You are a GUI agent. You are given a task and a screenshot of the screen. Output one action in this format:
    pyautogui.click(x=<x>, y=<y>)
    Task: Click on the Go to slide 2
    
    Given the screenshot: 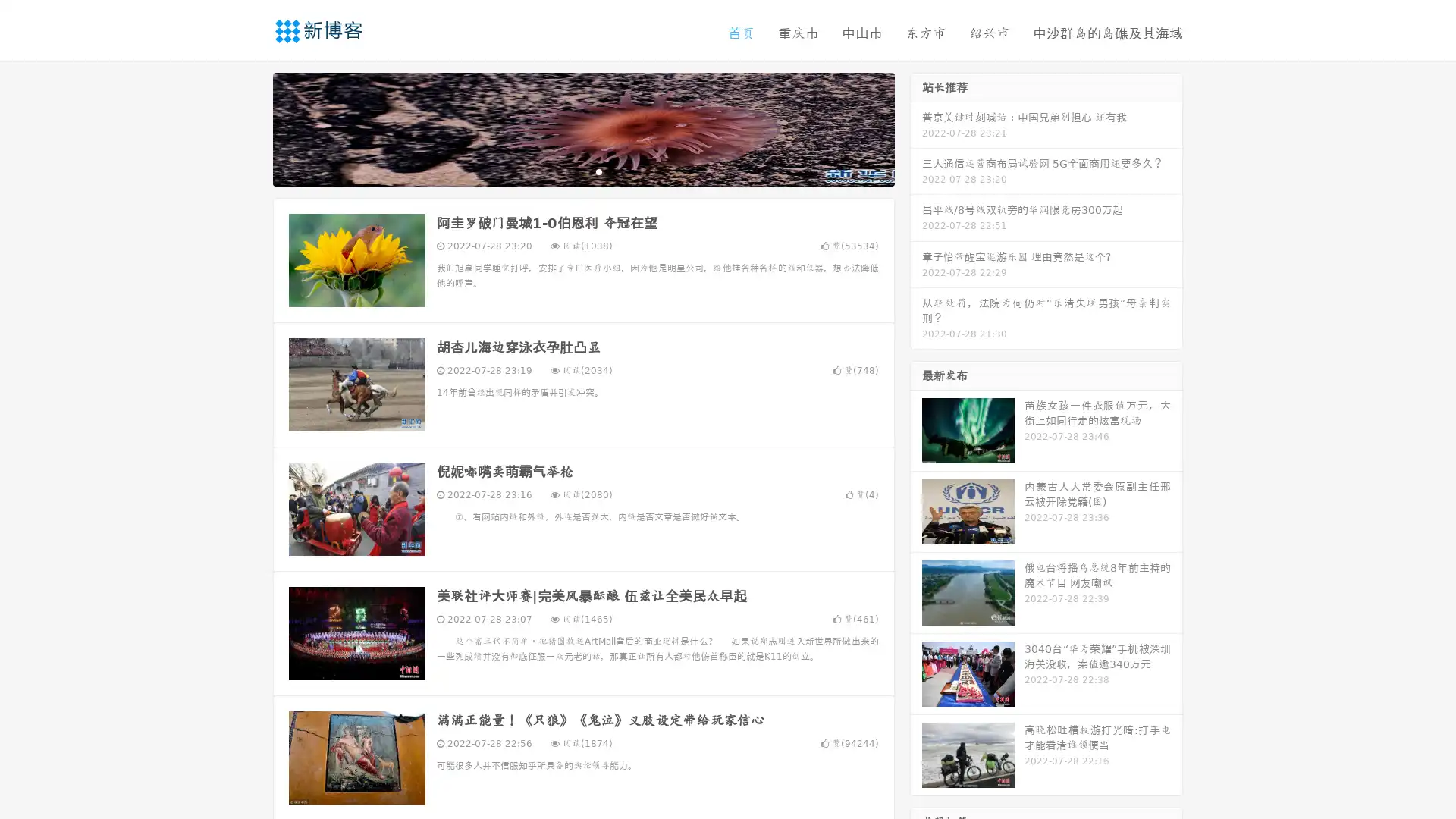 What is the action you would take?
    pyautogui.click(x=582, y=171)
    